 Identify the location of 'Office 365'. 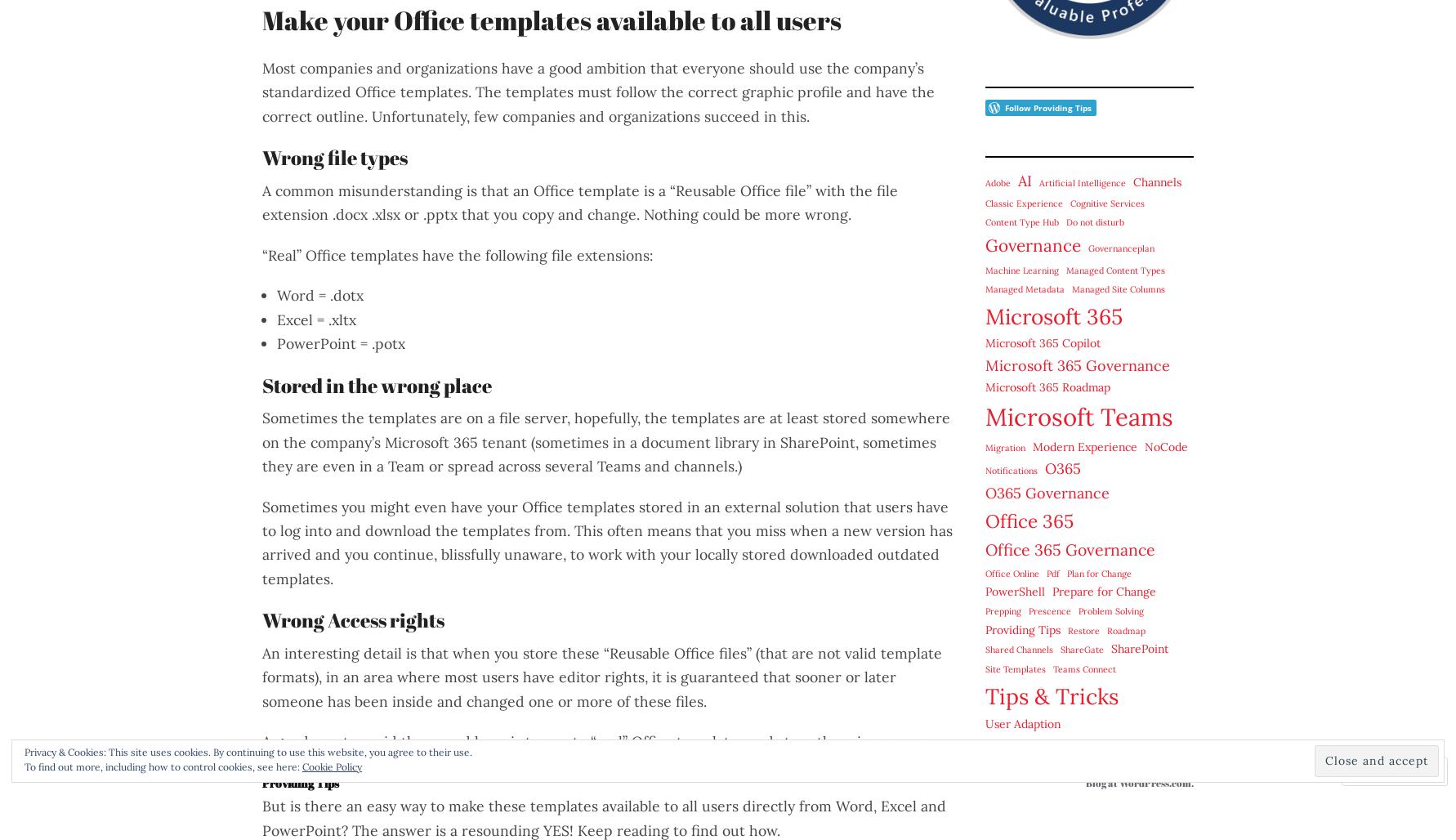
(985, 520).